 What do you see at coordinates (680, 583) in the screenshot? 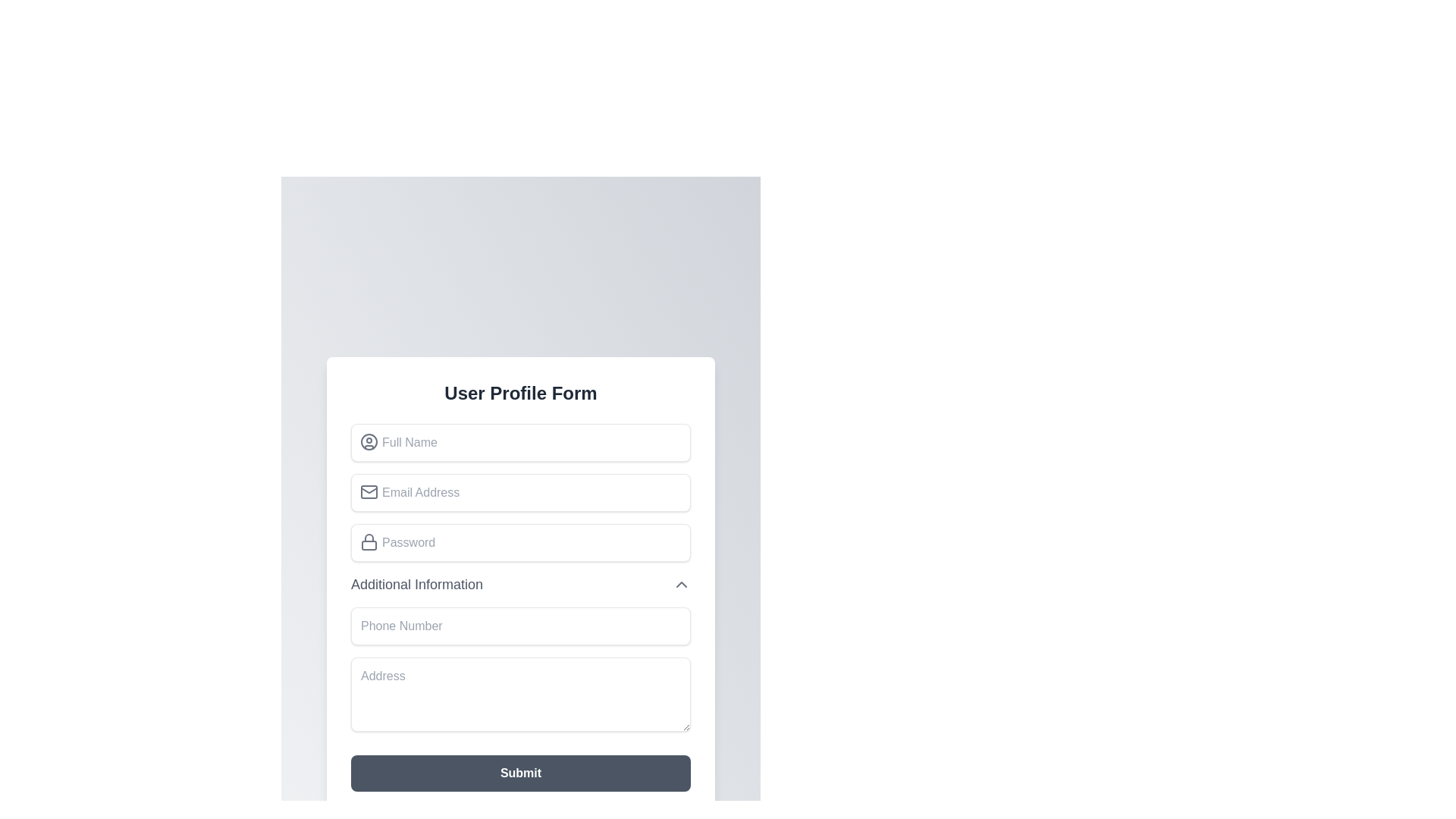
I see `the button with an upward-pointing arrow icon located to the right of 'Additional Information'` at bounding box center [680, 583].